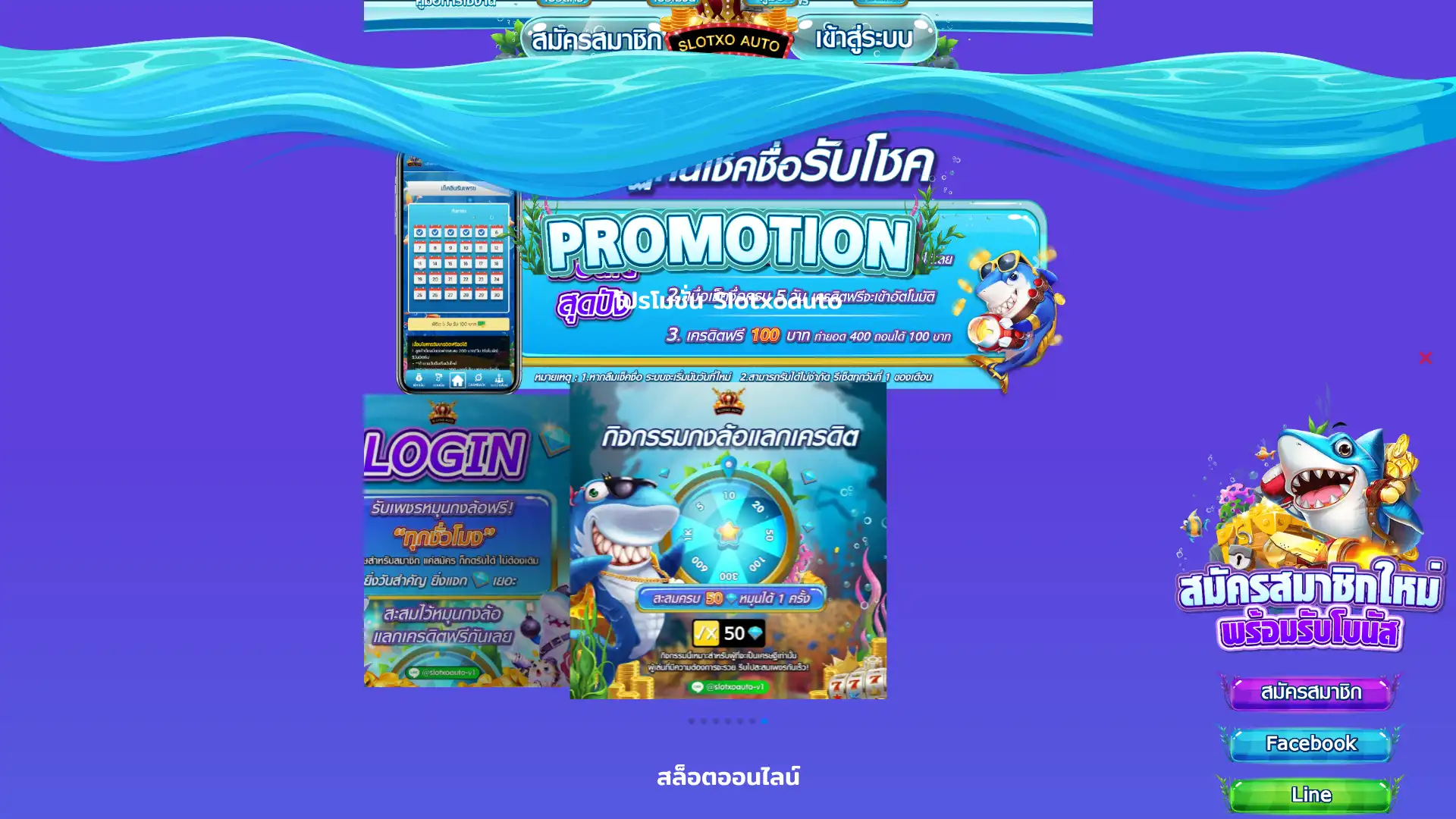  Describe the element at coordinates (418, 262) in the screenshot. I see `Previous` at that location.